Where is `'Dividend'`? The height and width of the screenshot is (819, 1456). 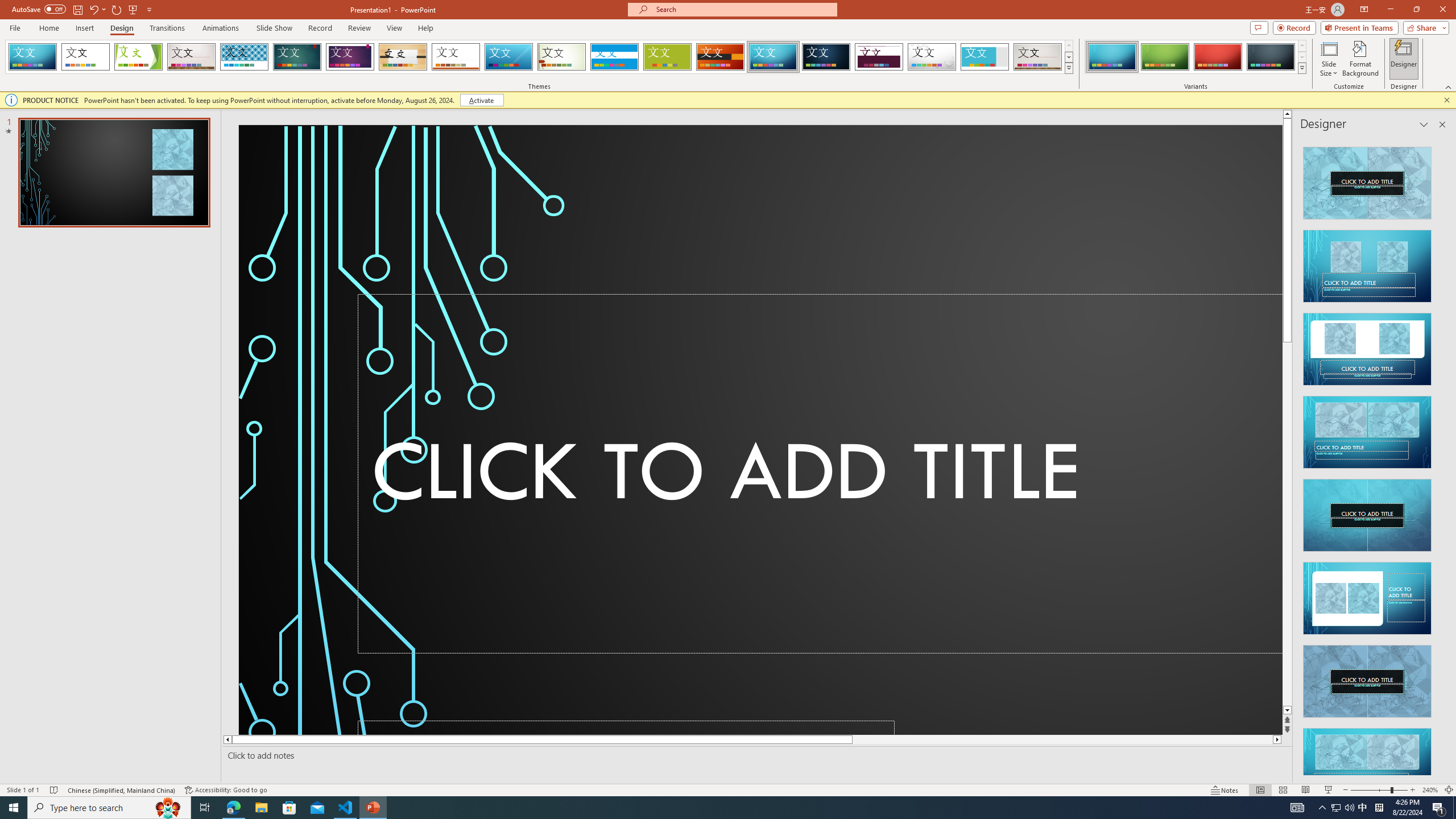
'Dividend' is located at coordinates (879, 56).